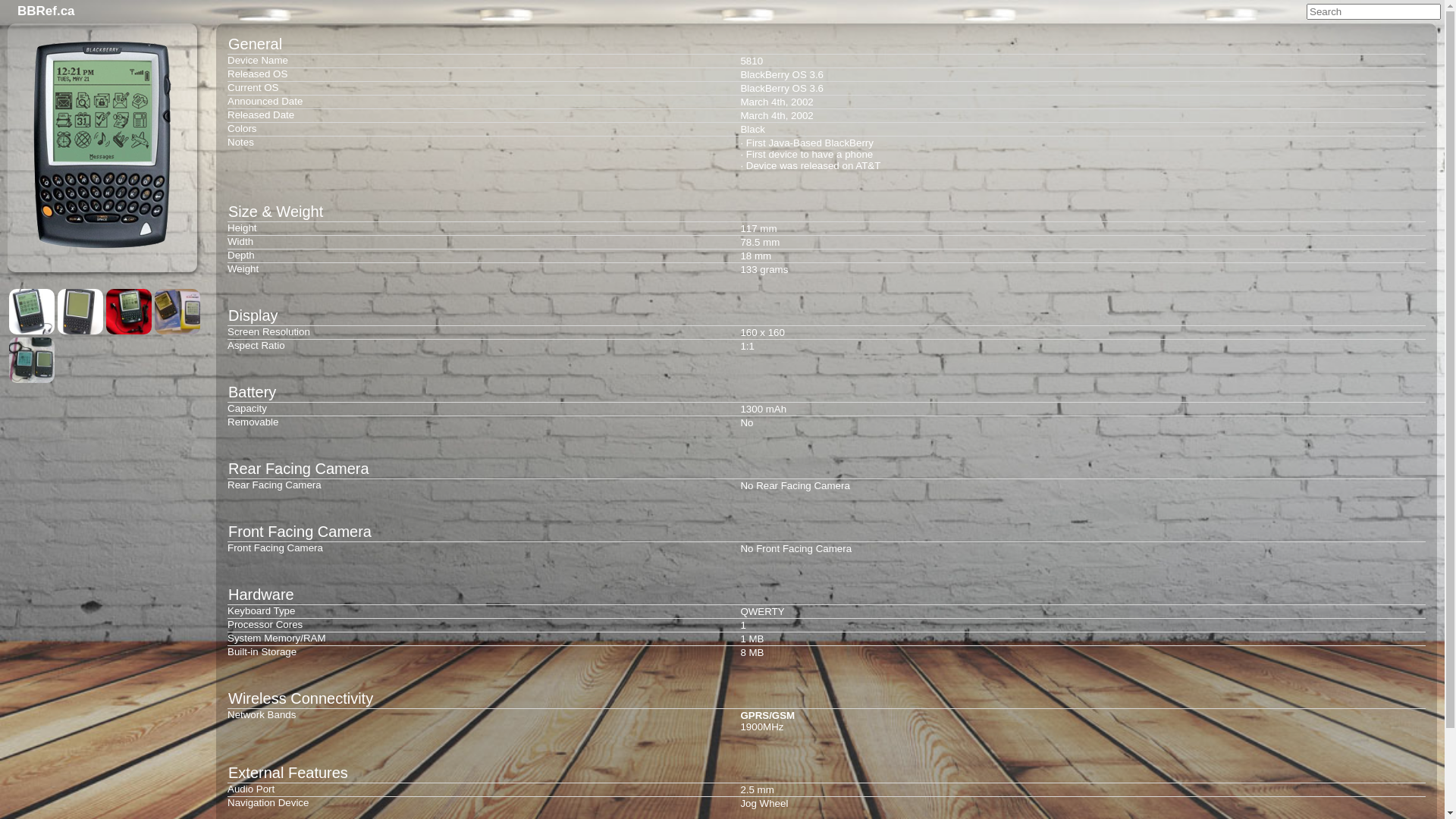 This screenshot has height=819, width=1456. I want to click on '03', so click(128, 311).